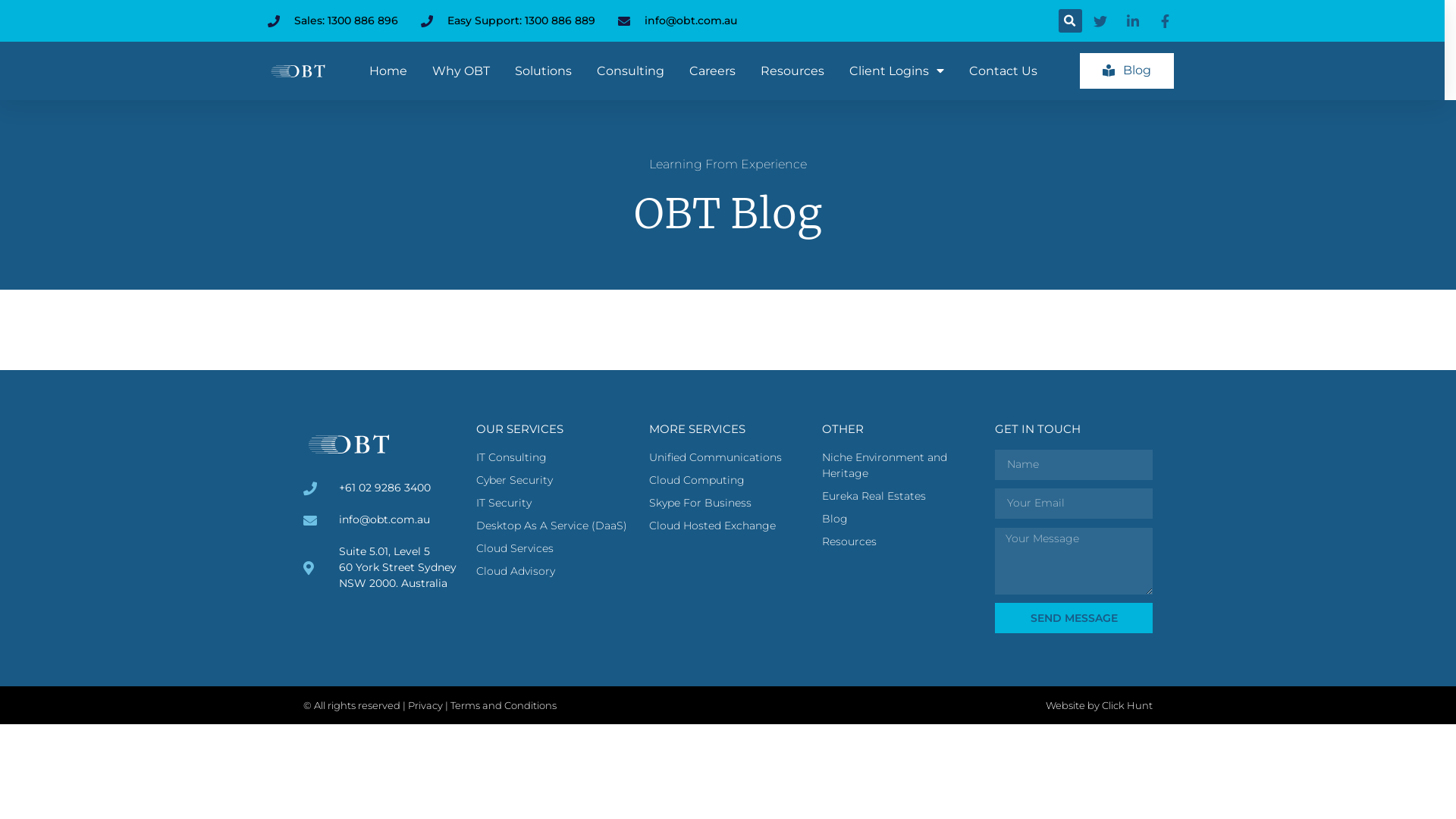 Image resolution: width=1456 pixels, height=819 pixels. I want to click on 'Why OBT', so click(431, 70).